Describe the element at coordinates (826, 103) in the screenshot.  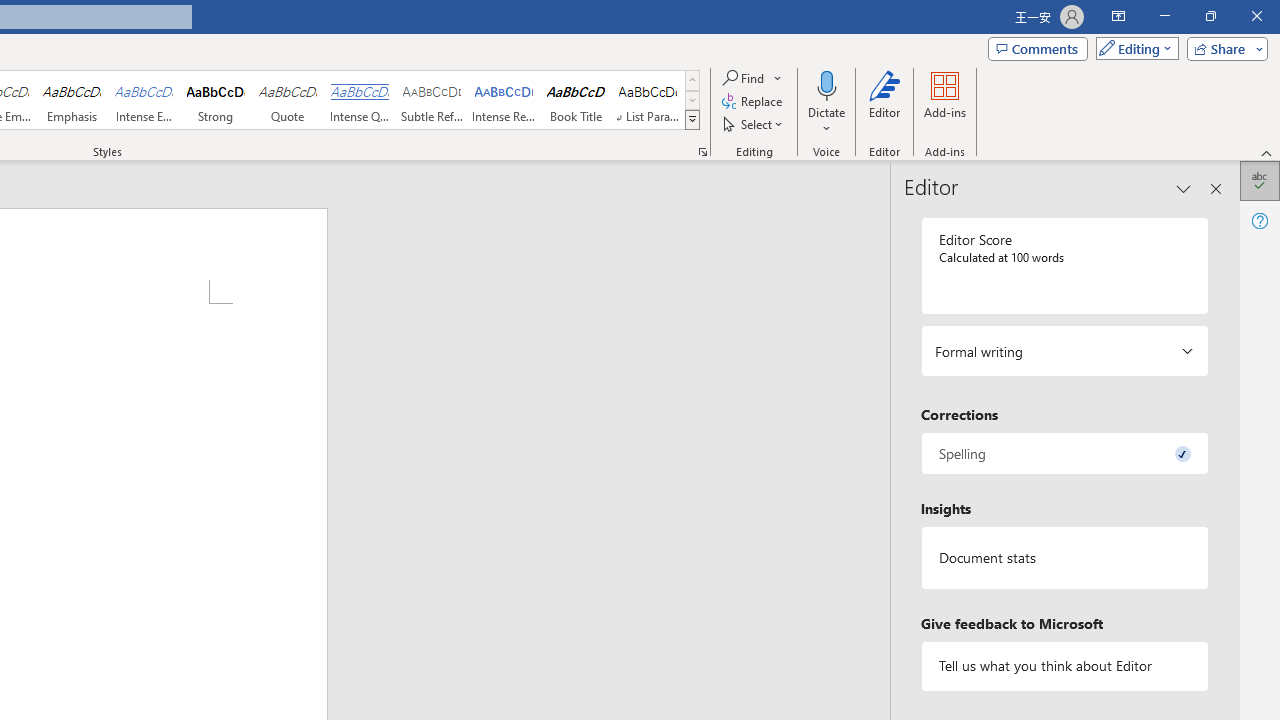
I see `'Dictate'` at that location.